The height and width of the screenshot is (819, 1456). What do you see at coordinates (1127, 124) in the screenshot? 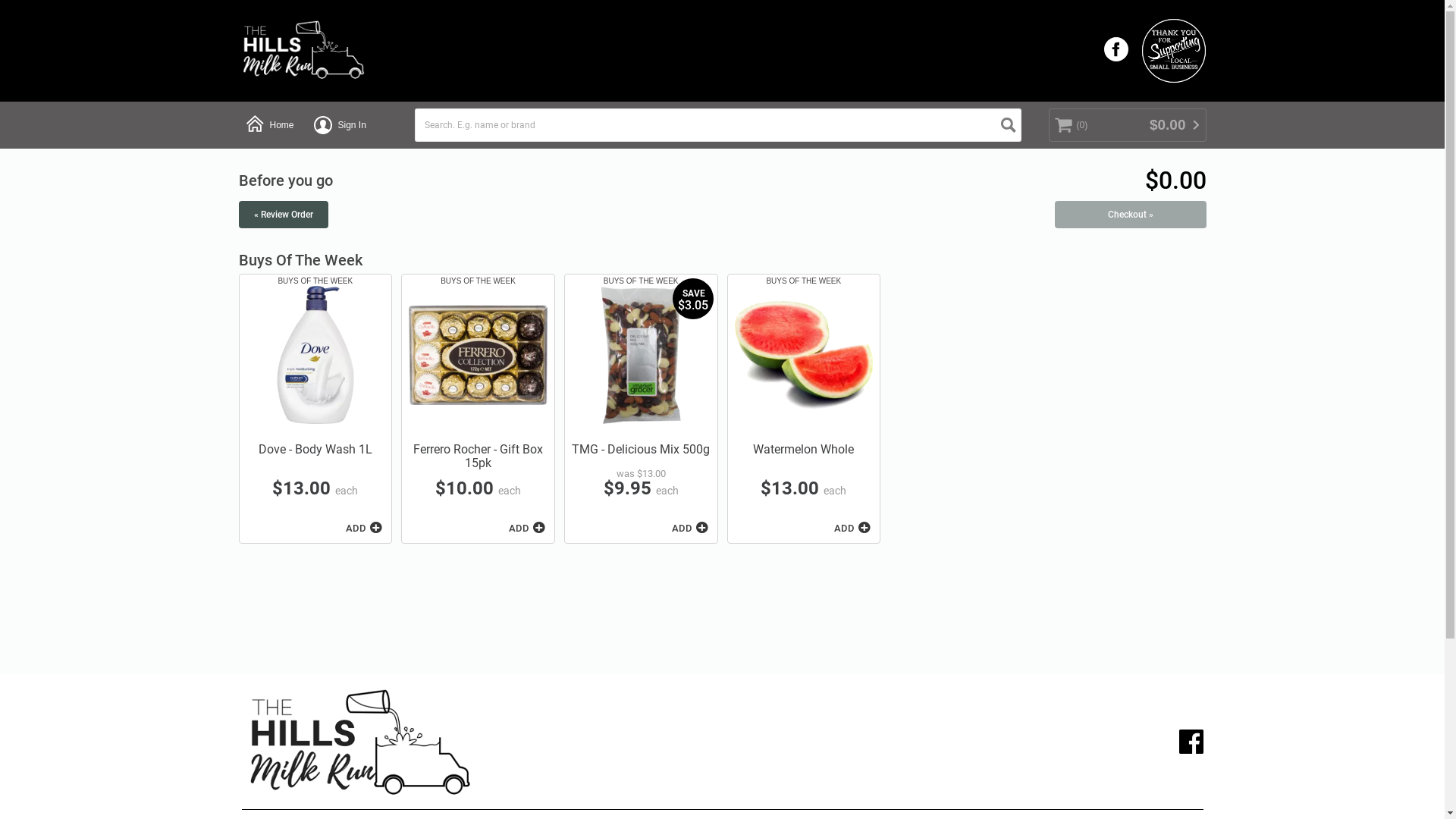
I see `'(0)` at bounding box center [1127, 124].